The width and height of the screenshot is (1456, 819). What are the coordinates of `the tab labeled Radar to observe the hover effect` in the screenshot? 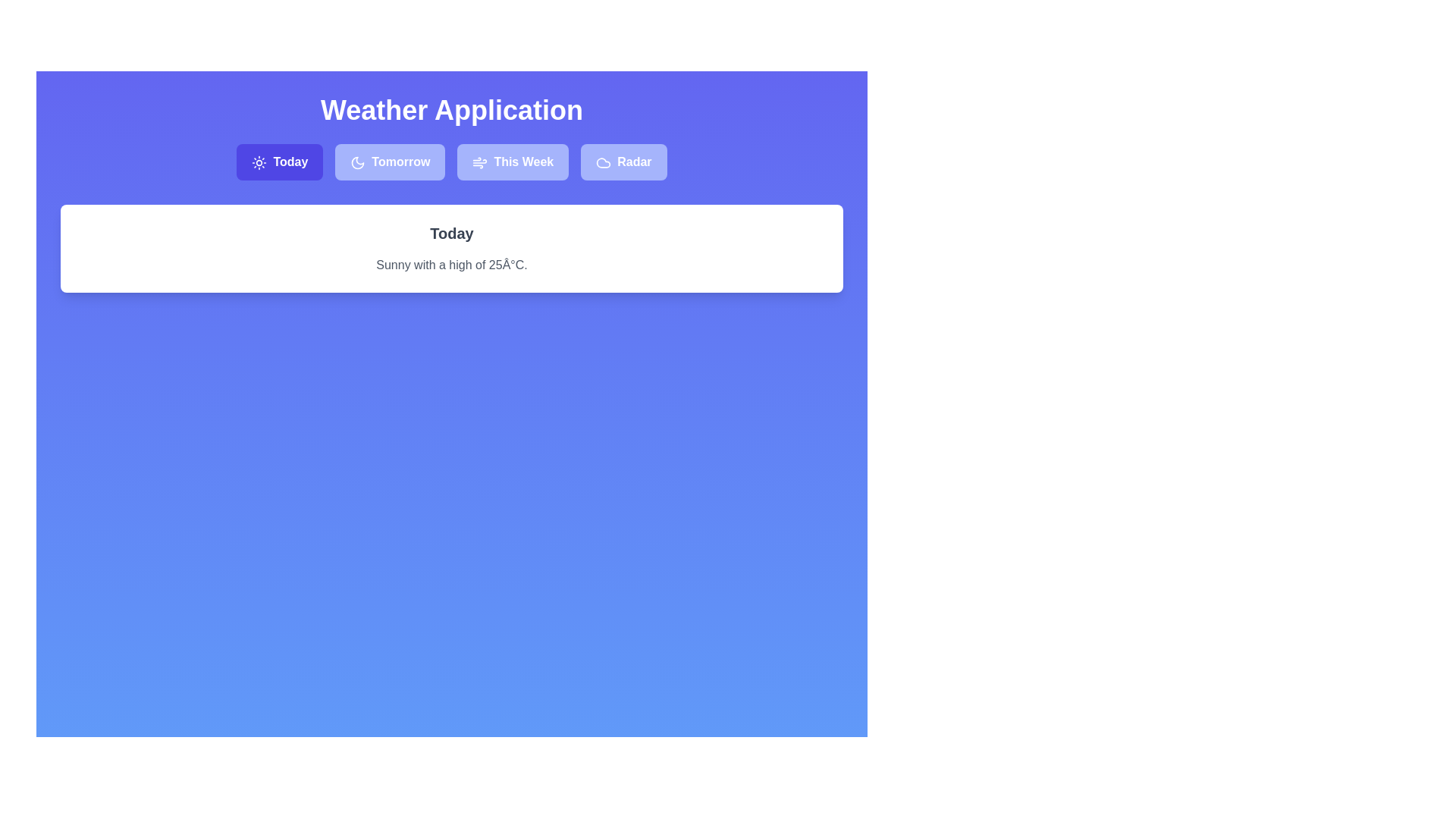 It's located at (623, 162).